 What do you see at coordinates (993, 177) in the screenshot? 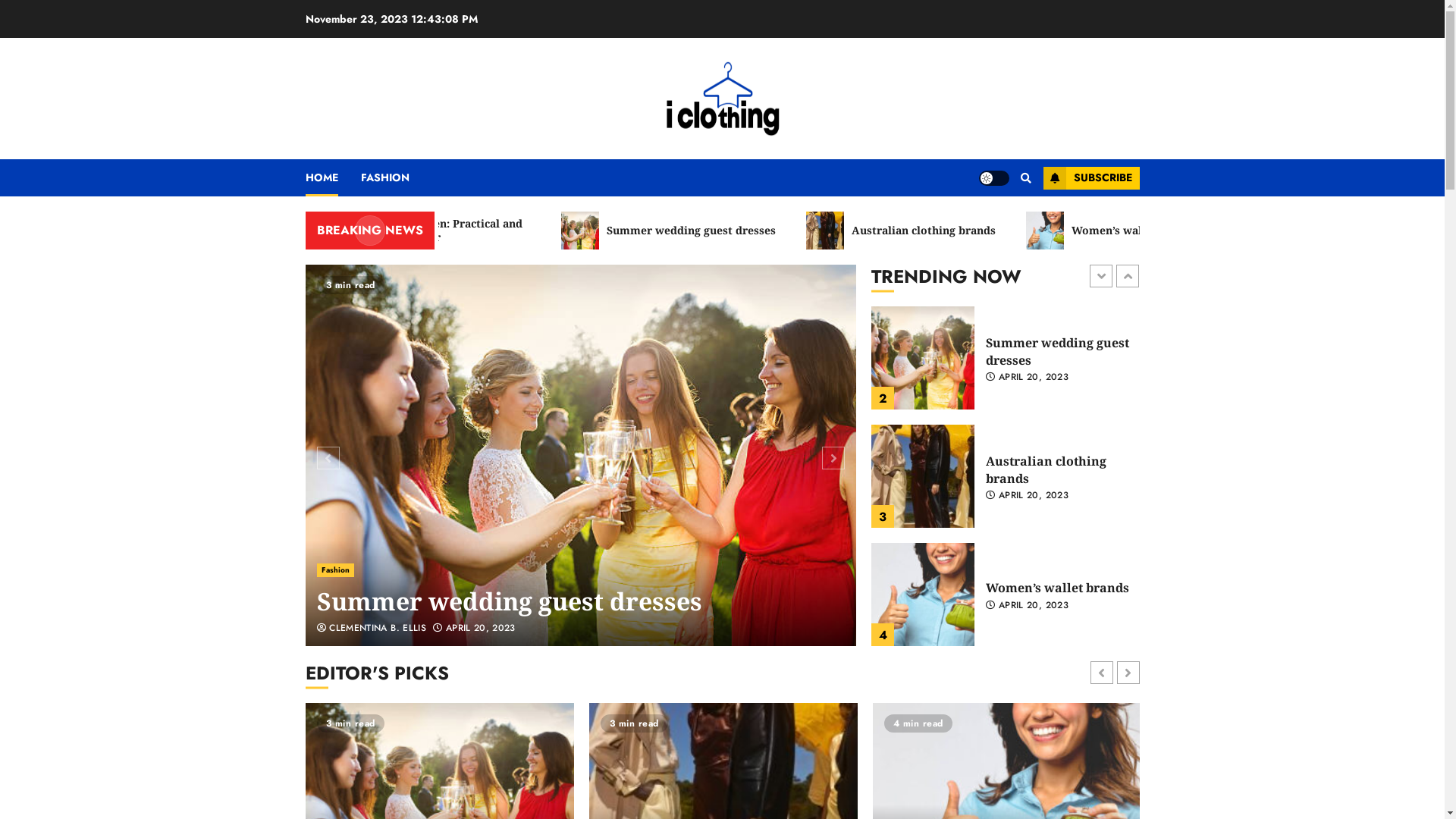
I see `'Light/Dark Button'` at bounding box center [993, 177].